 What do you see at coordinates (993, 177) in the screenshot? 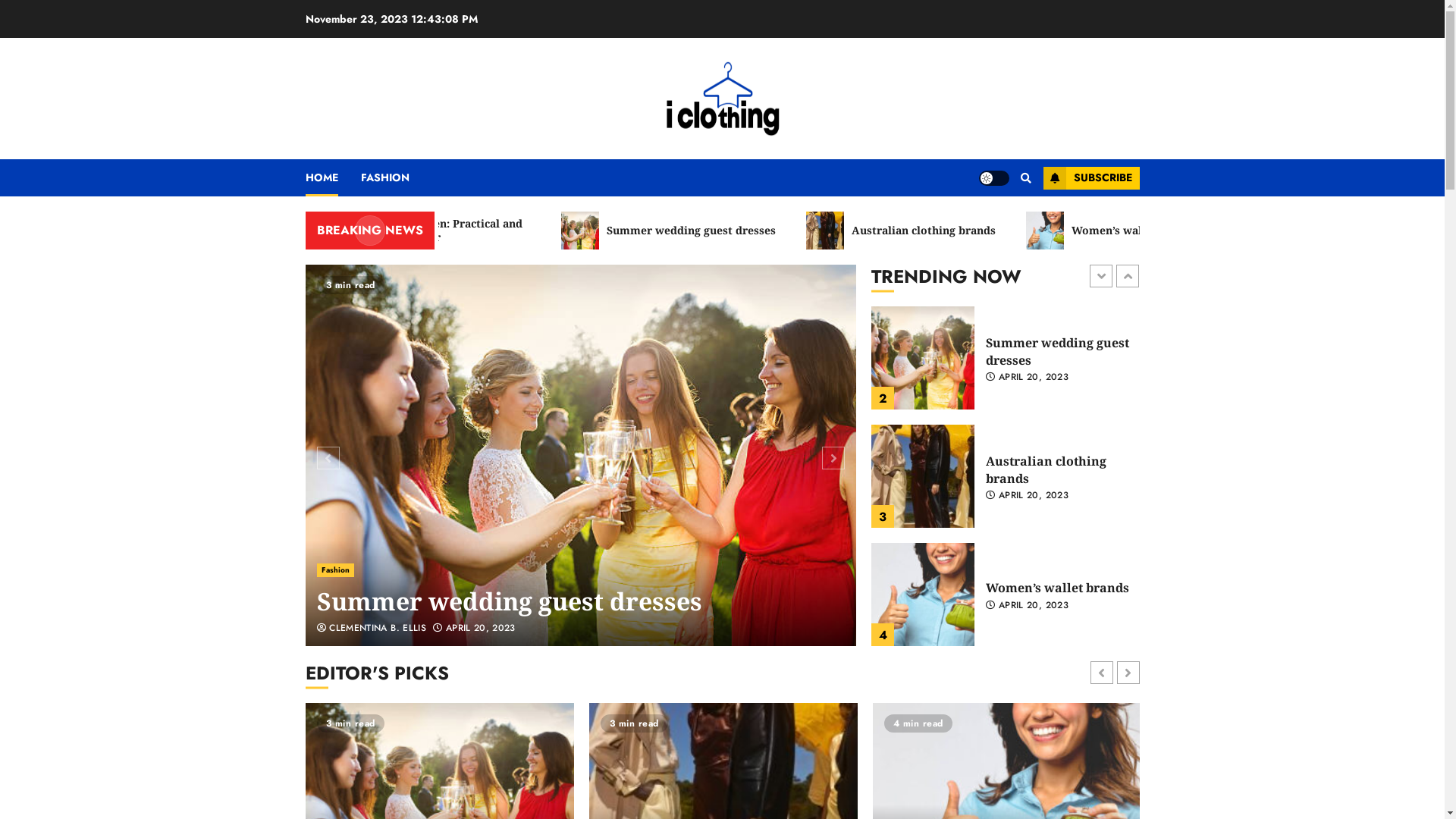
I see `'Light/Dark Button'` at bounding box center [993, 177].